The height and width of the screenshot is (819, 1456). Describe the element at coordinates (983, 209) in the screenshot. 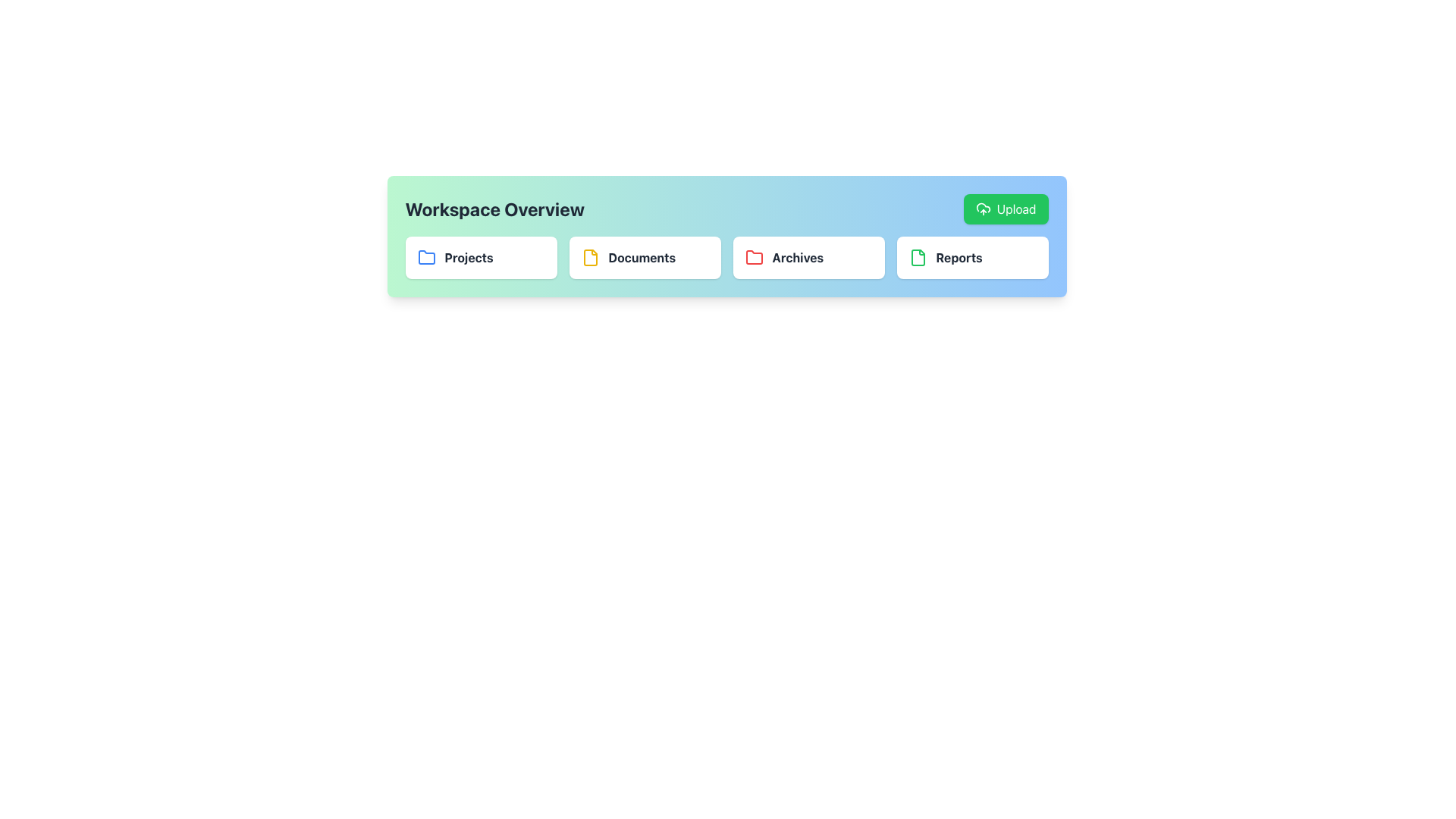

I see `the upload icon located within the green button at the top-right corner of the horizontal toolbar section, which visually indicates the upload action` at that location.